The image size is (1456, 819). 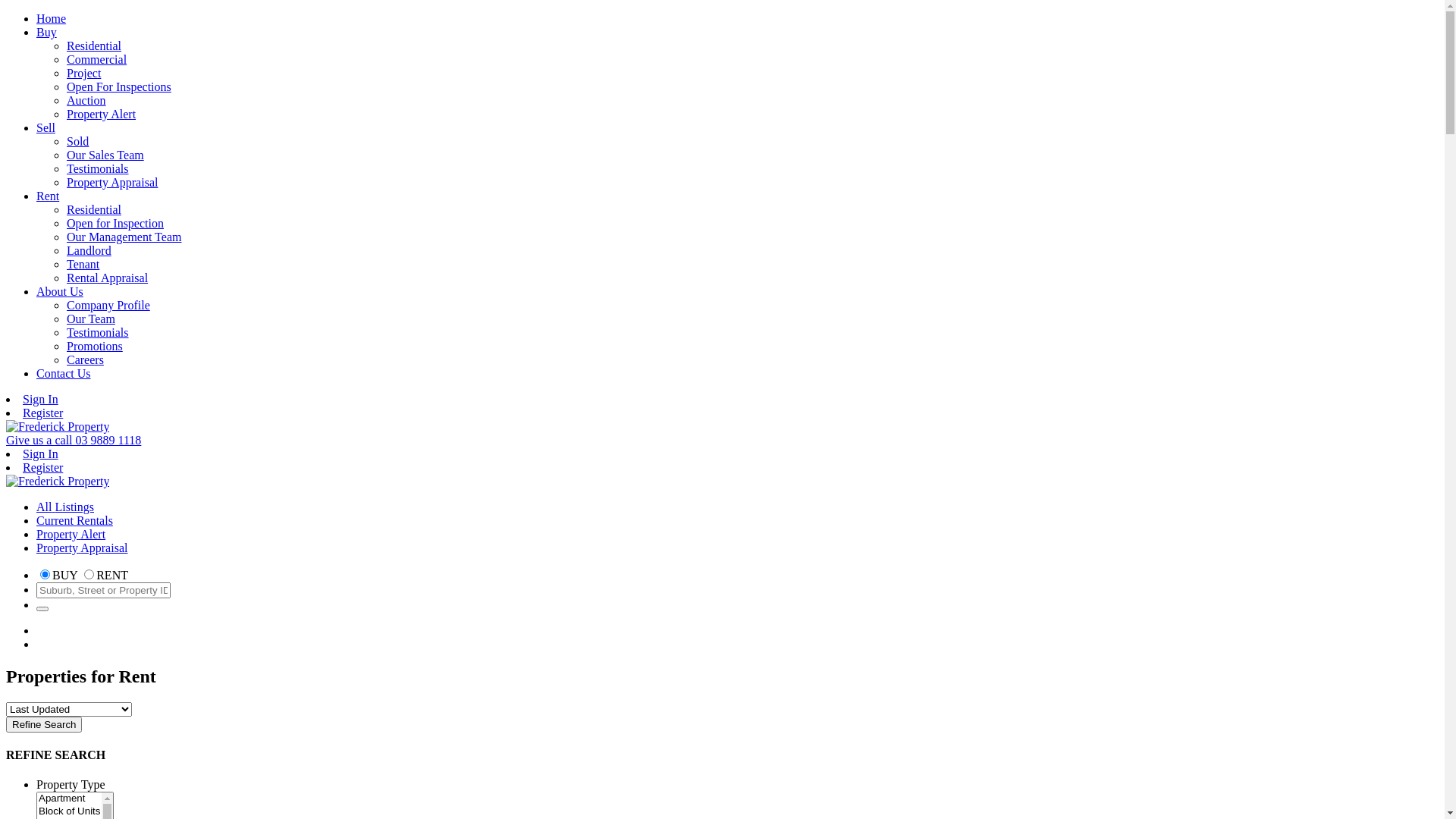 What do you see at coordinates (45, 127) in the screenshot?
I see `'Sell'` at bounding box center [45, 127].